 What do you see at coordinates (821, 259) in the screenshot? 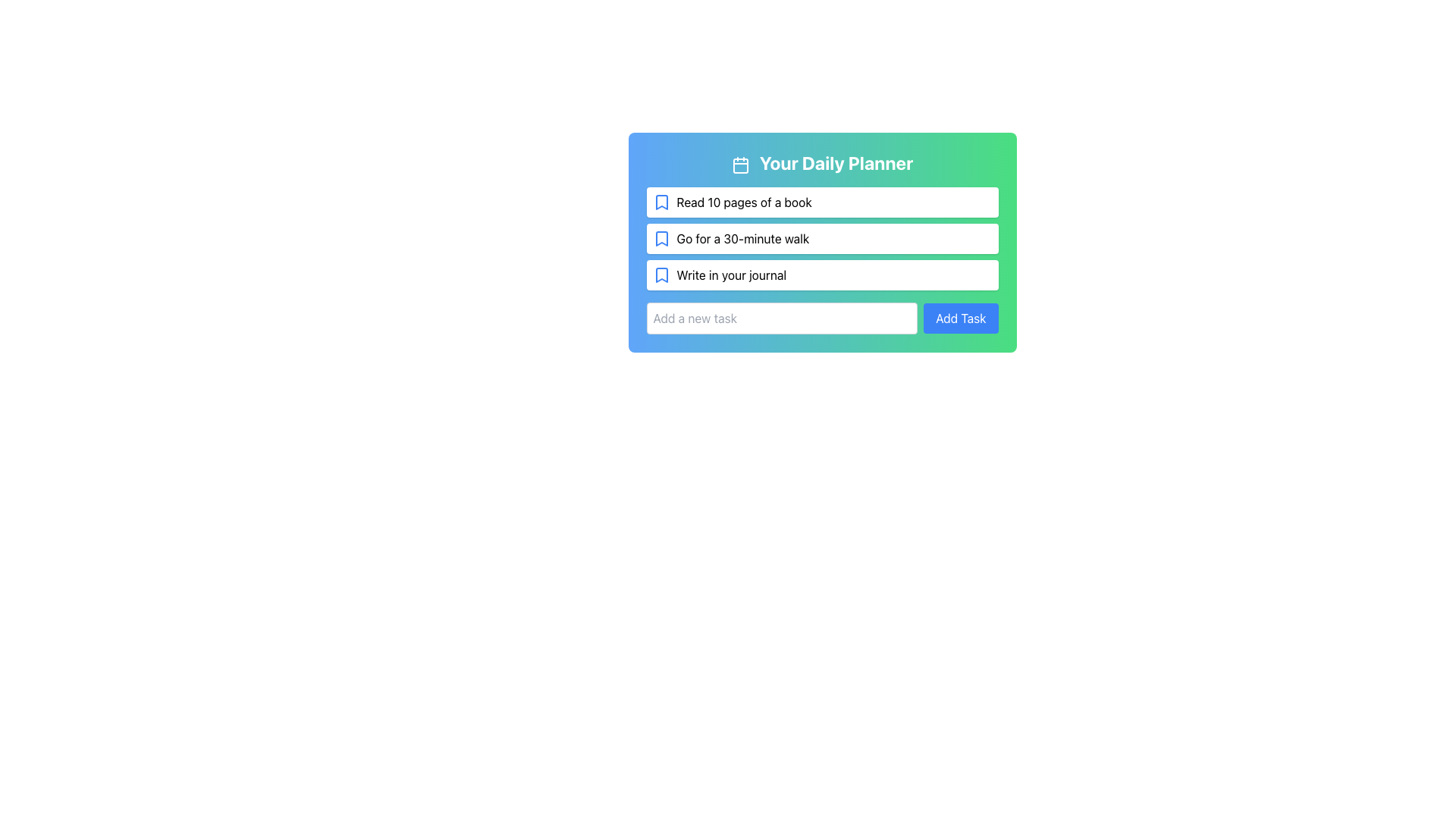
I see `an individual task in the Task List Section of the 'Your Daily Planner'` at bounding box center [821, 259].